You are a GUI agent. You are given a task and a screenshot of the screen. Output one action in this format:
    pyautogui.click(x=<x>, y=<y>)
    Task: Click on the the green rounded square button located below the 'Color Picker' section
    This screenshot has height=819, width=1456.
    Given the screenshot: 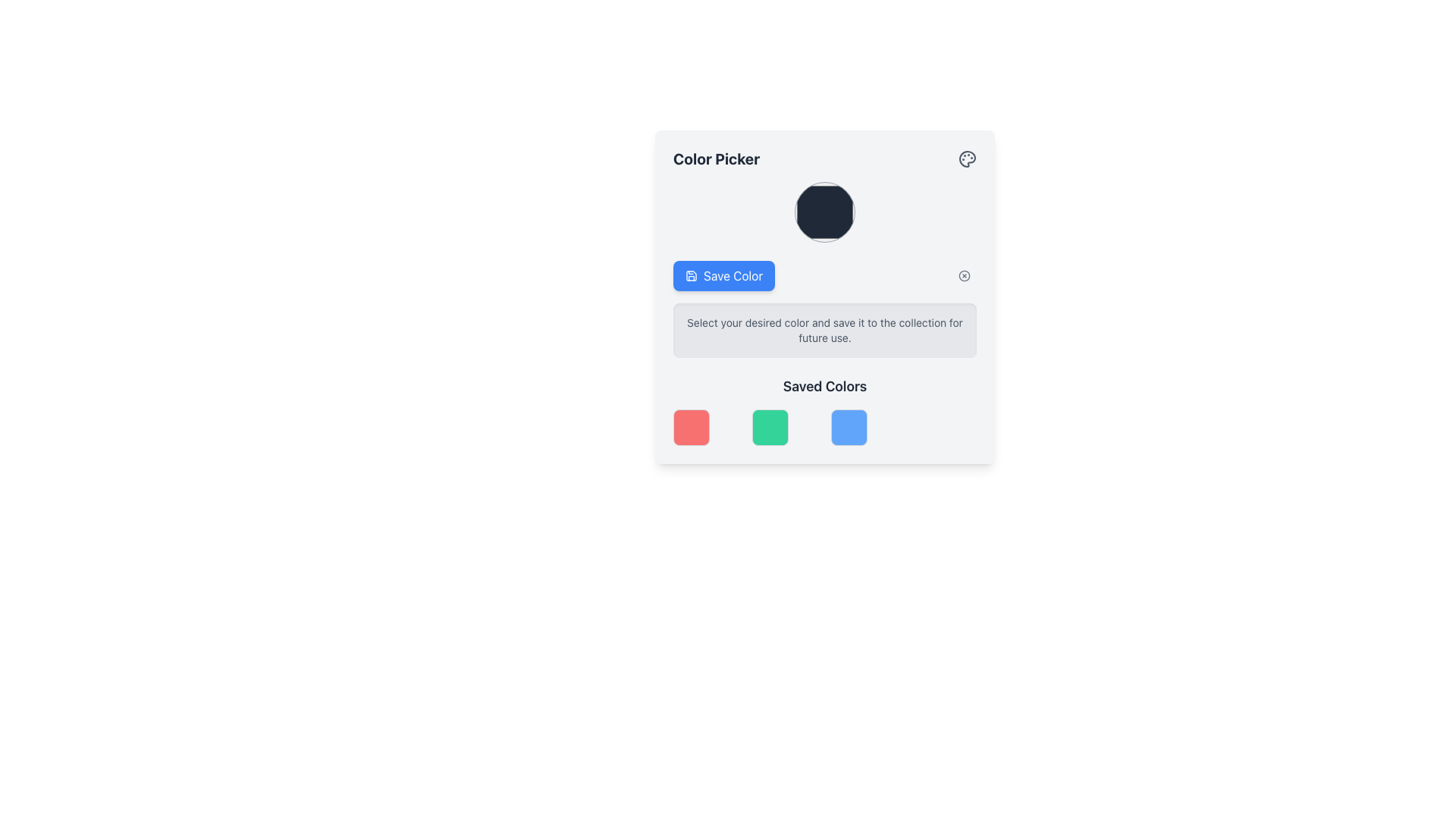 What is the action you would take?
    pyautogui.click(x=770, y=427)
    